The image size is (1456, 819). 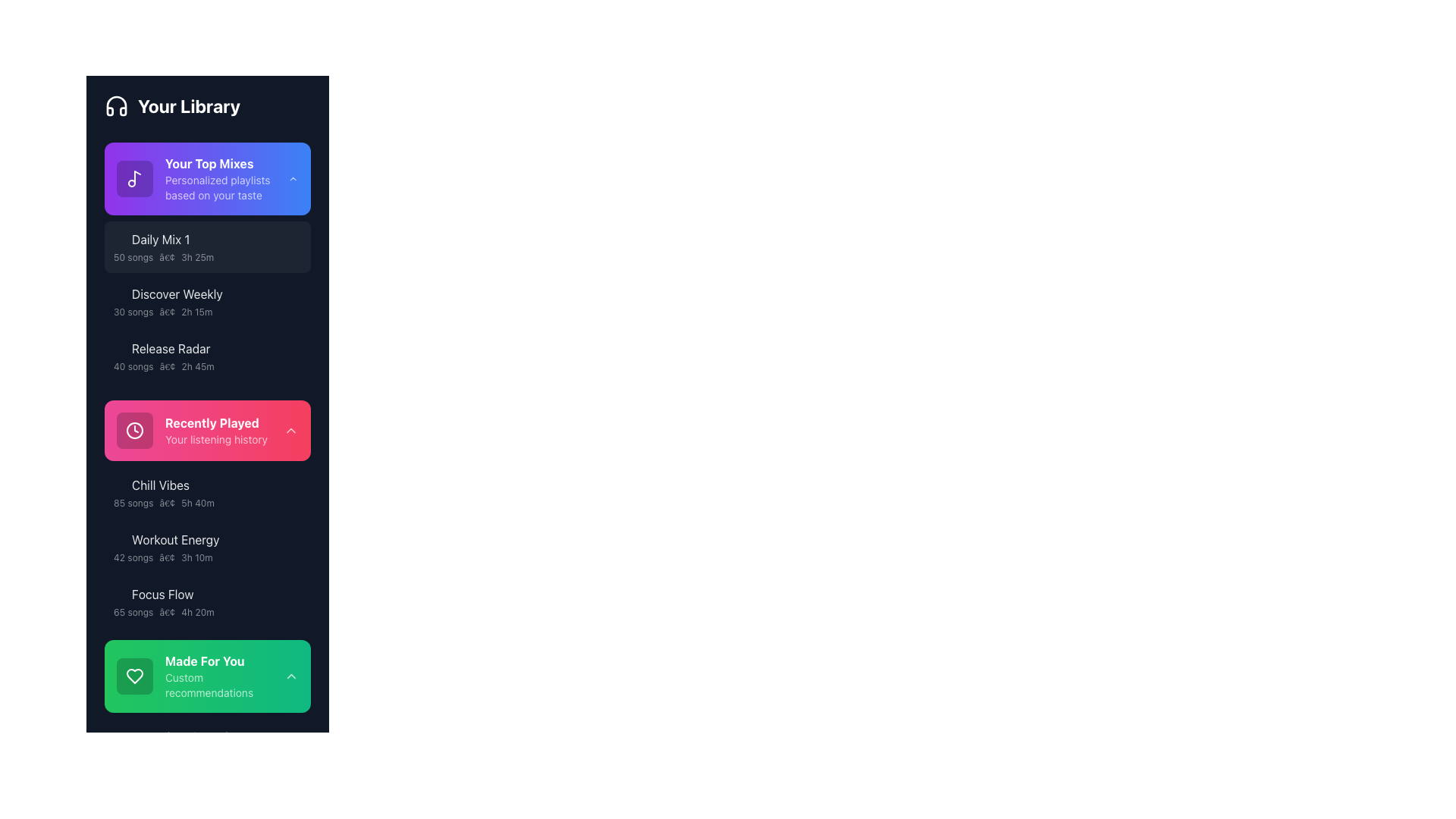 What do you see at coordinates (226, 177) in the screenshot?
I see `text block displaying the title and subtitle that promotes personalized playlists based on the user's taste, located in the top-left quadrant of the interface under the 'Your Library' section` at bounding box center [226, 177].